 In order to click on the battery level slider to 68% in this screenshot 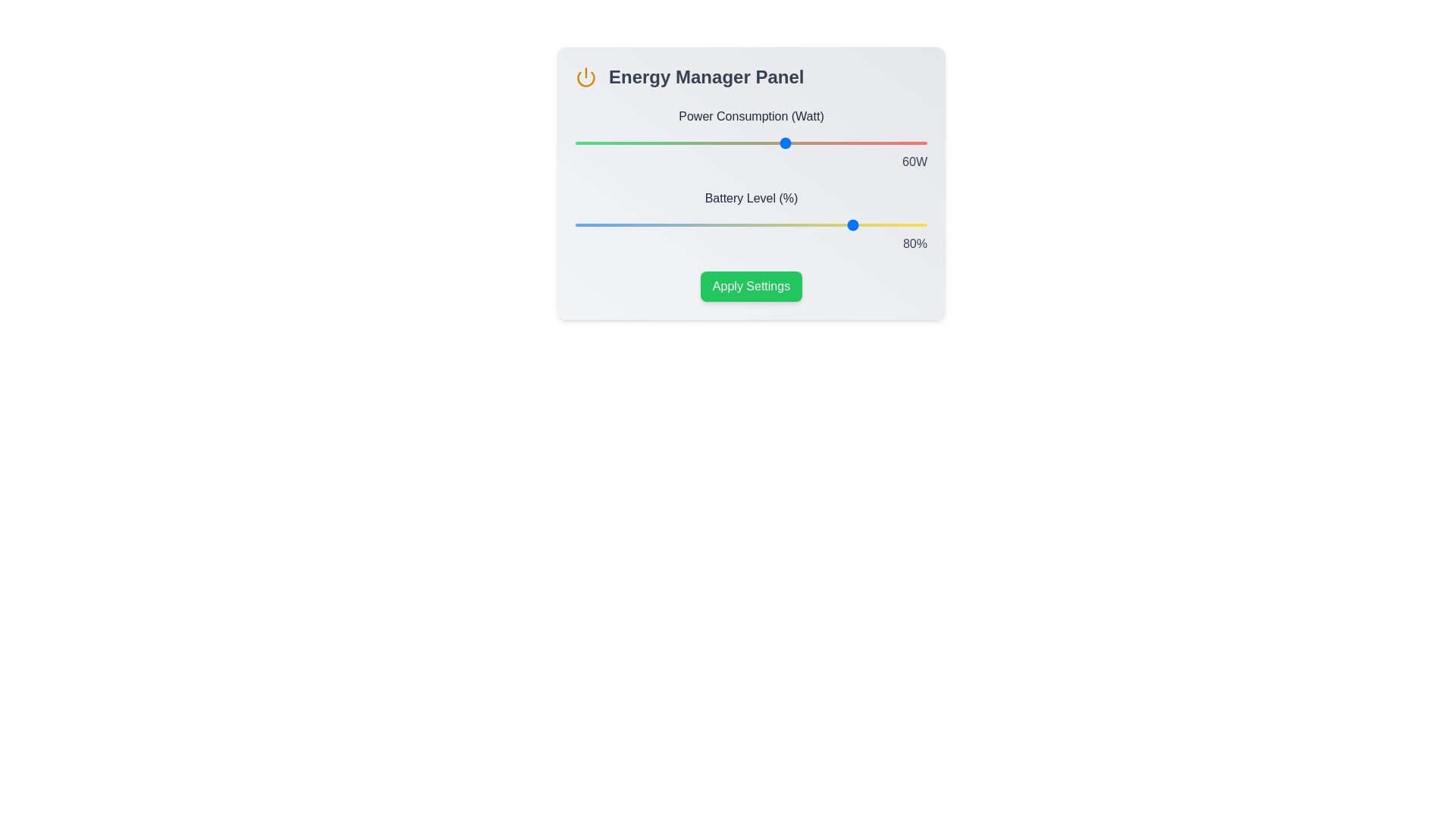, I will do `click(814, 225)`.